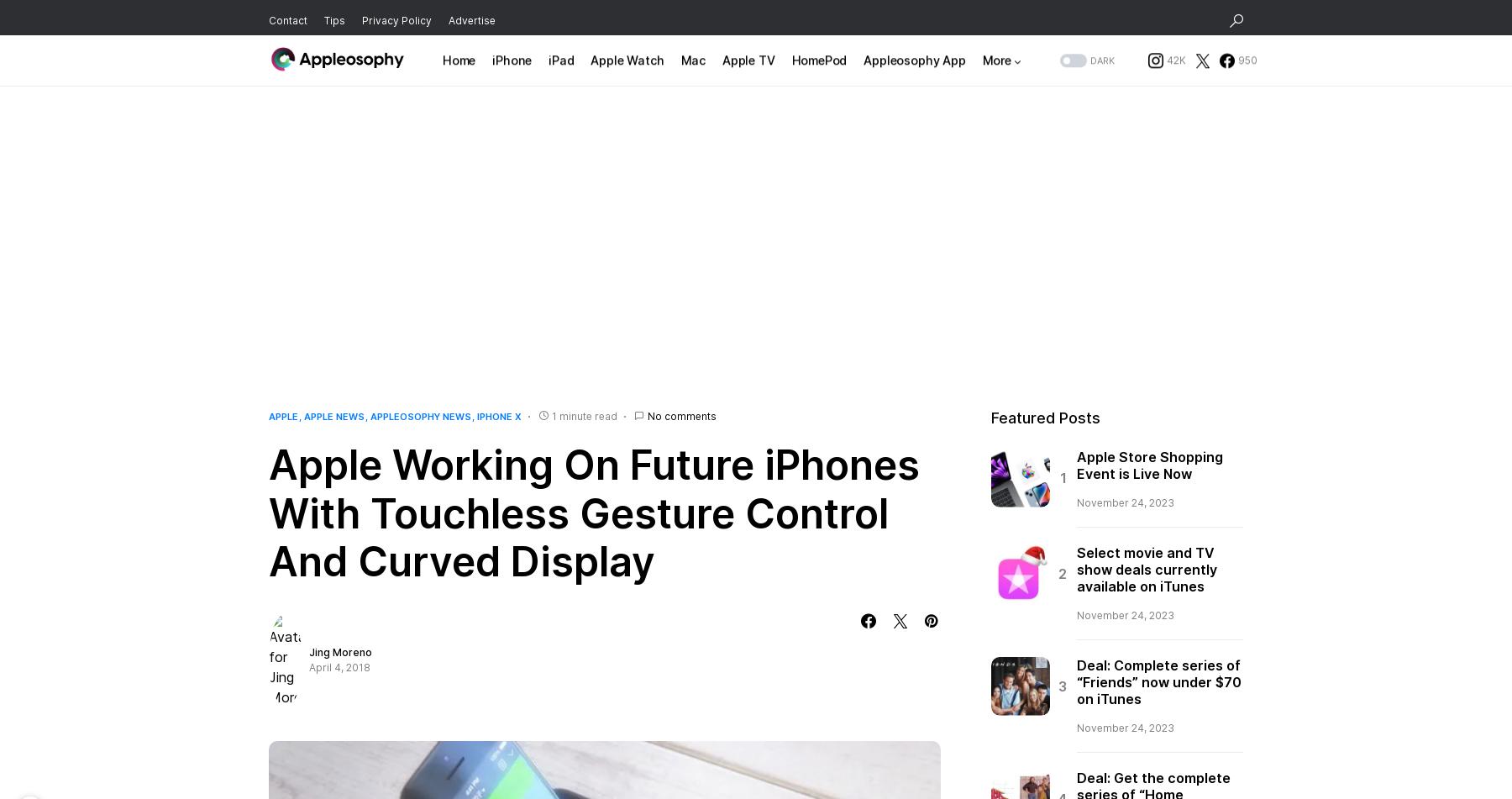 This screenshot has width=1512, height=799. Describe the element at coordinates (1149, 464) in the screenshot. I see `'Apple Store Shopping Event is Live Now'` at that location.